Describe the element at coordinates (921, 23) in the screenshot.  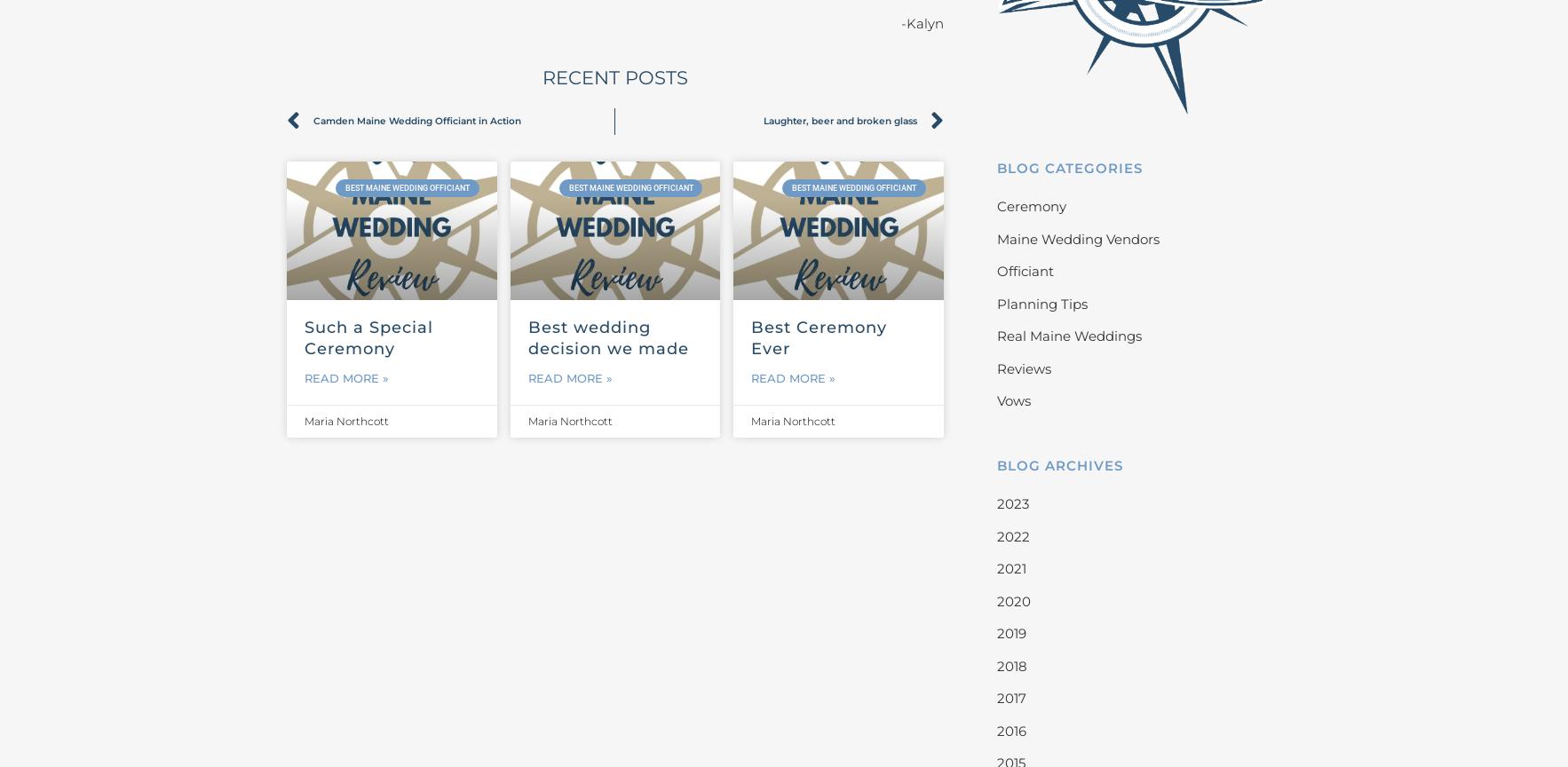
I see `'-Kalyn'` at that location.